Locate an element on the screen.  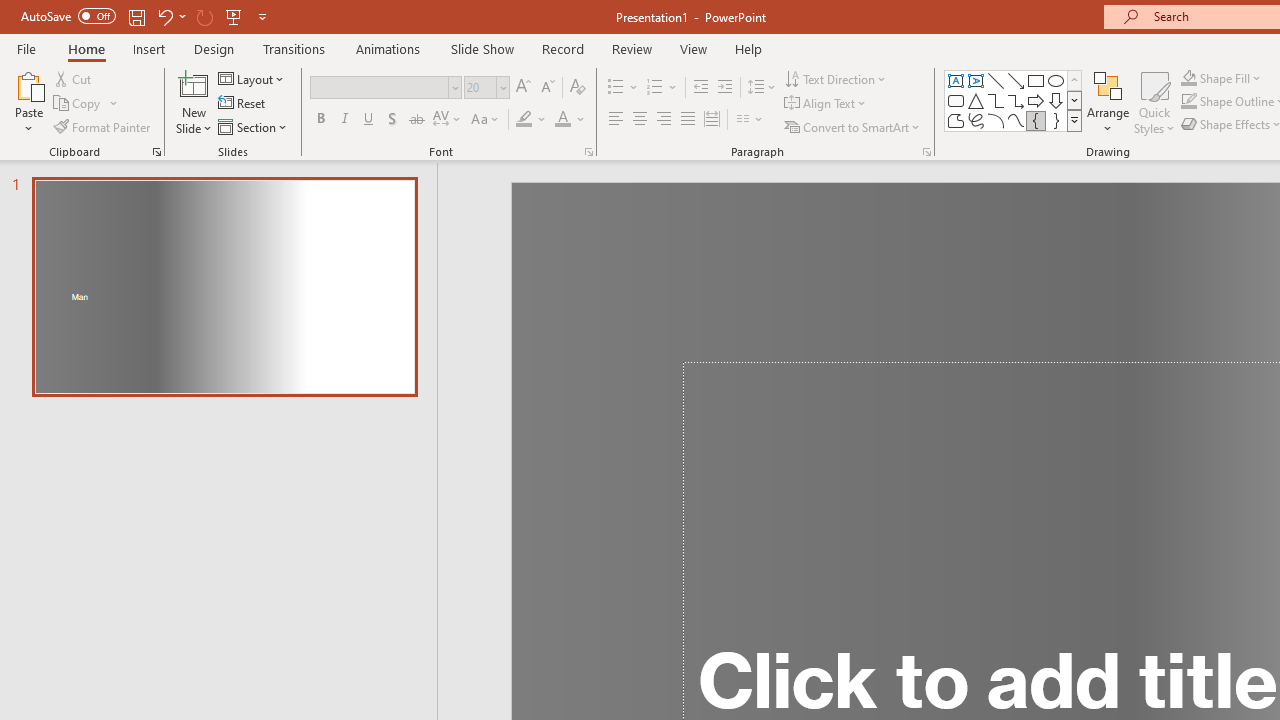
'Italic' is located at coordinates (344, 119).